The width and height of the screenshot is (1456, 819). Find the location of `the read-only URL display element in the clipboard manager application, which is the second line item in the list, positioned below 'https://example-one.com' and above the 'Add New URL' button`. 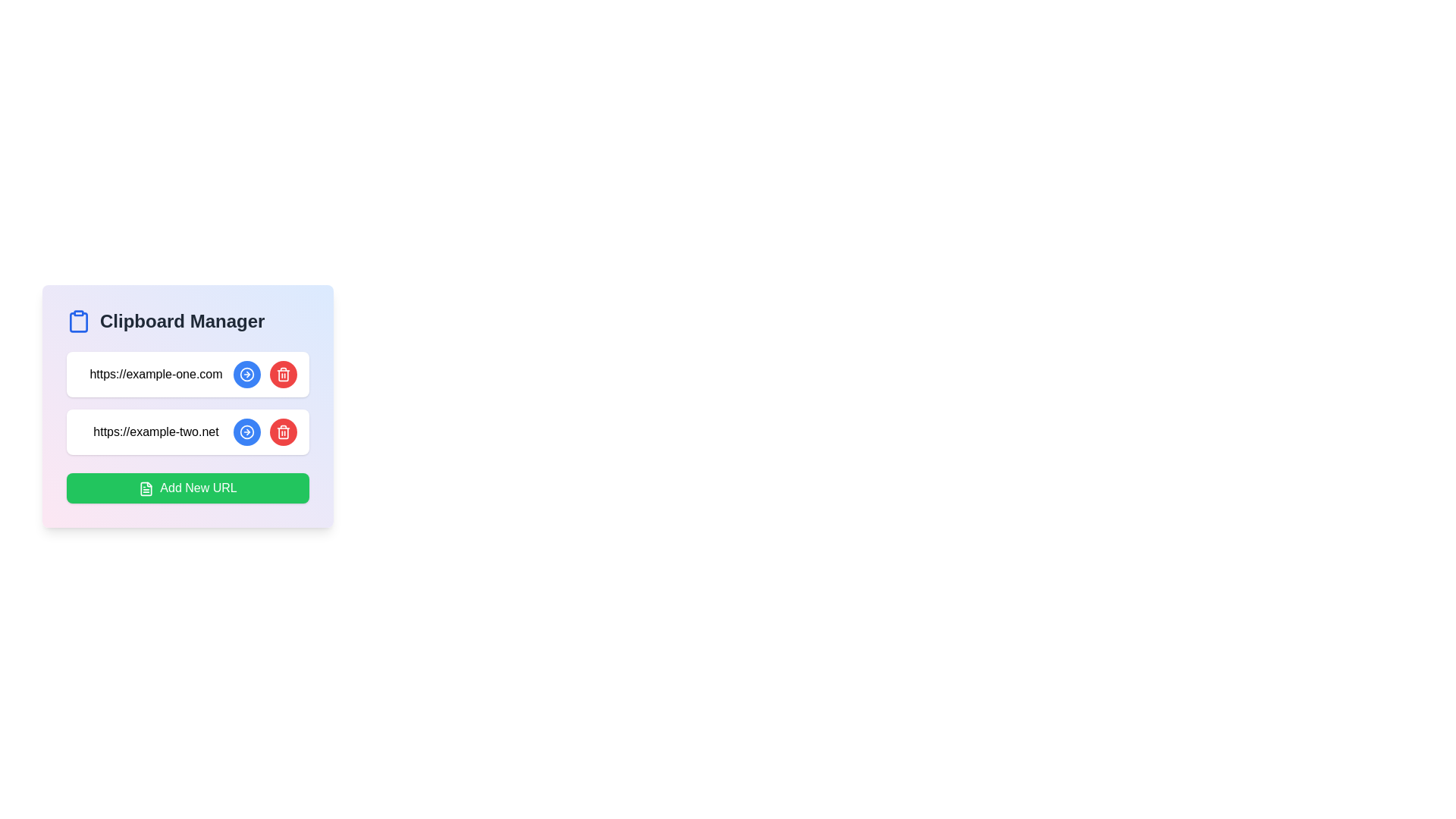

the read-only URL display element in the clipboard manager application, which is the second line item in the list, positioned below 'https://example-one.com' and above the 'Add New URL' button is located at coordinates (156, 432).